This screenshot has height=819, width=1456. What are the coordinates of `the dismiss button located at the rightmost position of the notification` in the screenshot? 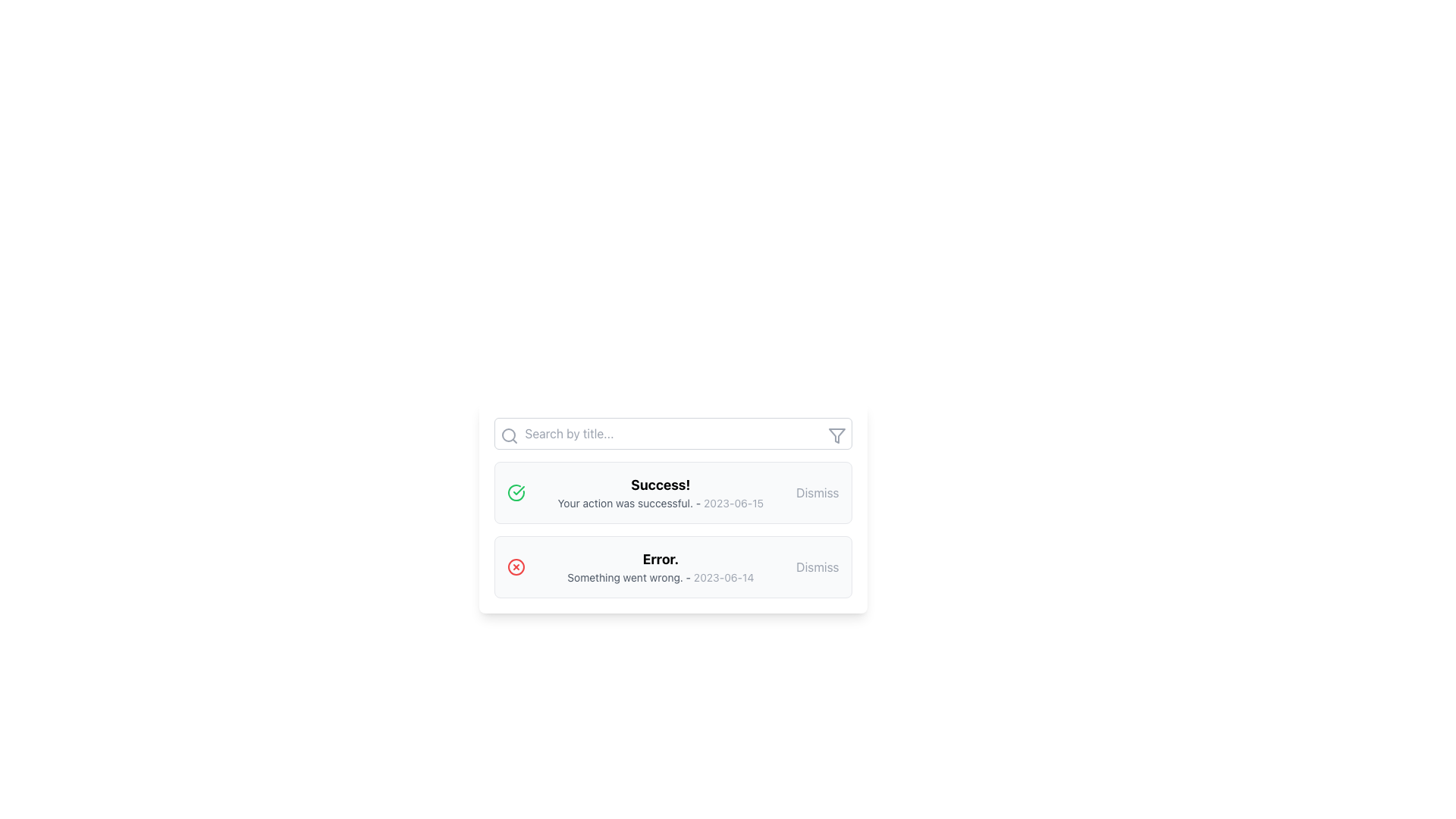 It's located at (817, 567).